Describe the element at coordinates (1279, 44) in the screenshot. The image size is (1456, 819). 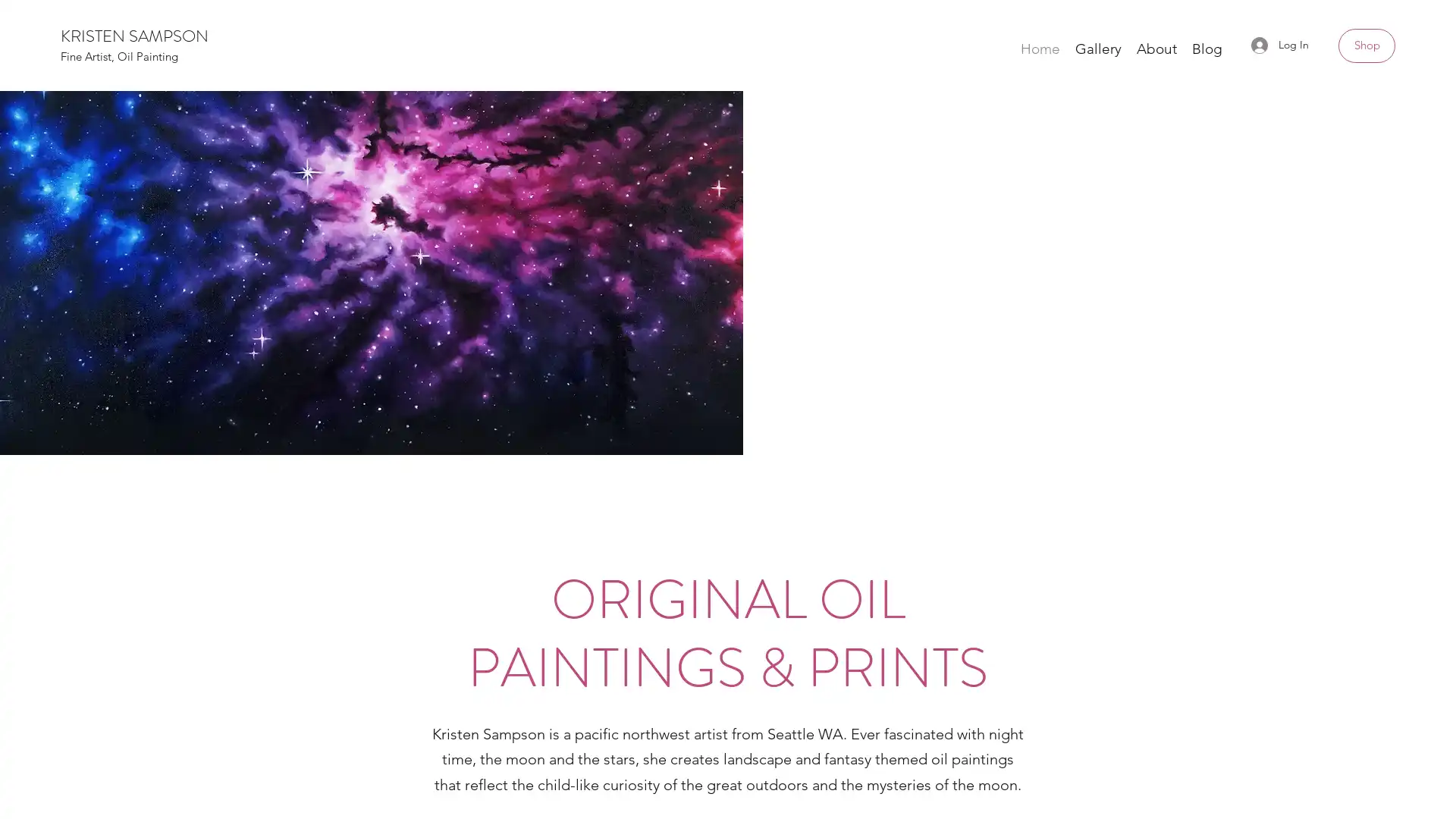
I see `Log In` at that location.